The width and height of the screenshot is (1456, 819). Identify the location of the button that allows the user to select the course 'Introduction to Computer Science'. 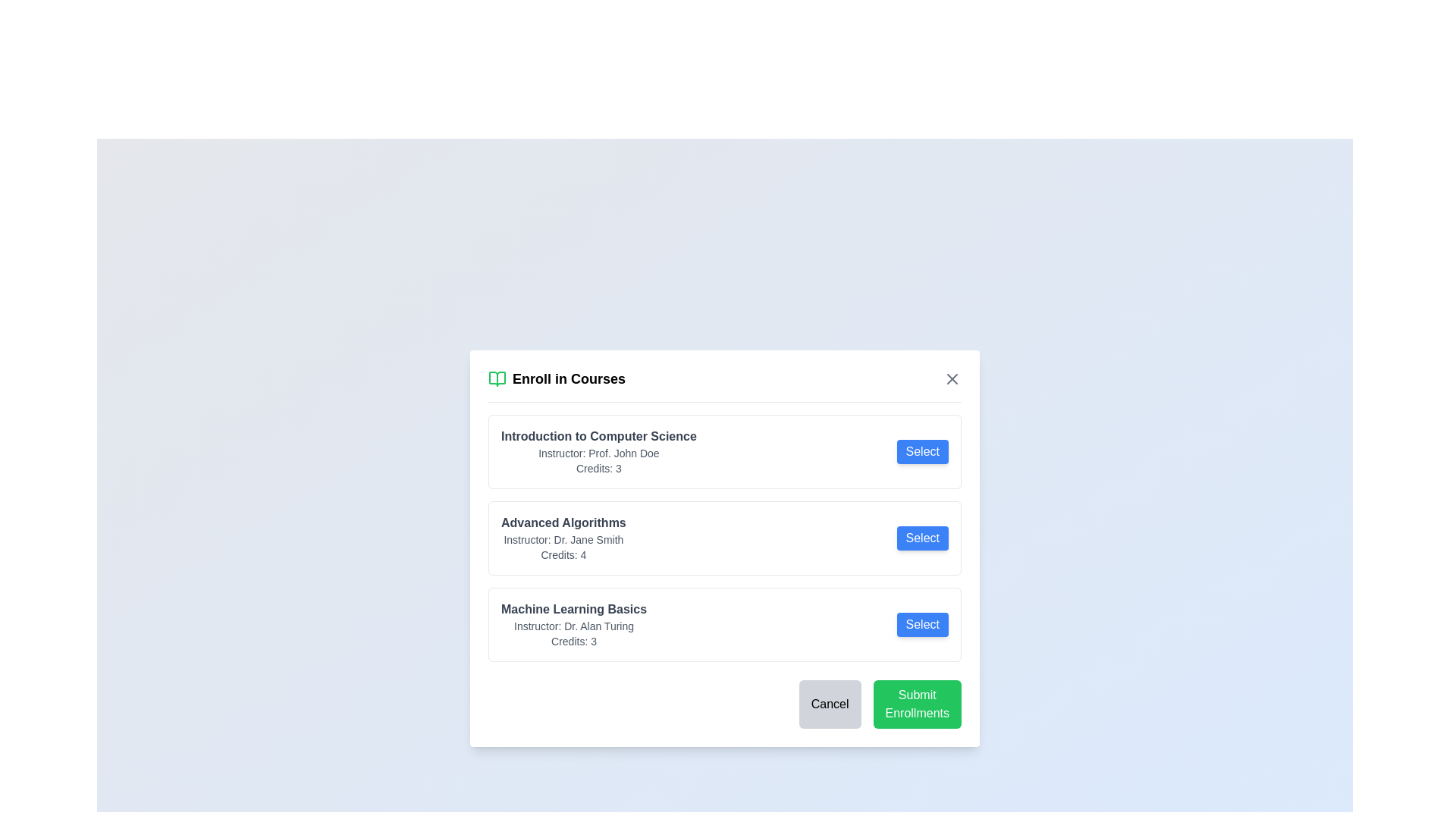
(921, 450).